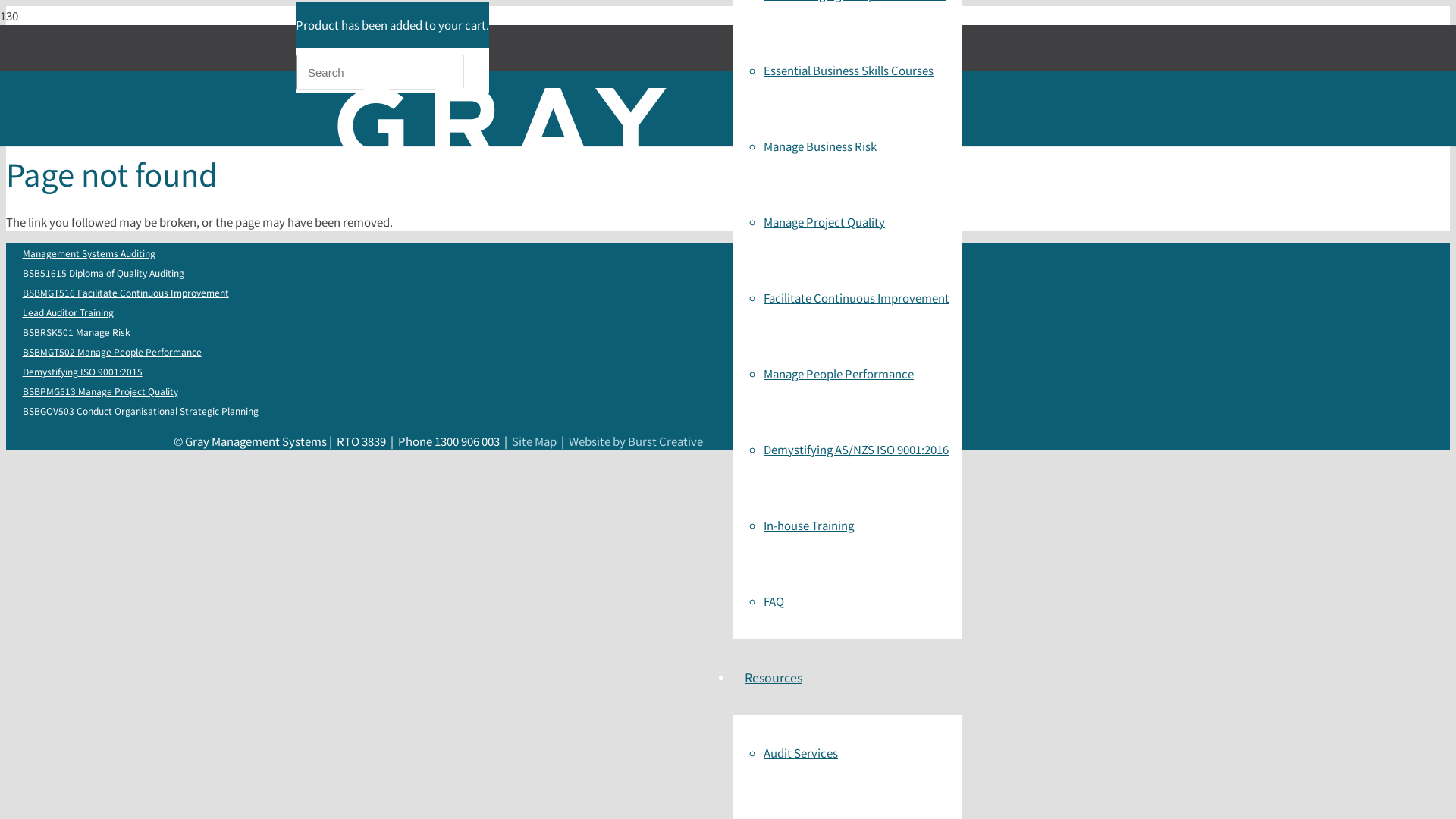 This screenshot has width=1456, height=819. What do you see at coordinates (855, 448) in the screenshot?
I see `'Demystifying AS/NZS ISO 9001:2016'` at bounding box center [855, 448].